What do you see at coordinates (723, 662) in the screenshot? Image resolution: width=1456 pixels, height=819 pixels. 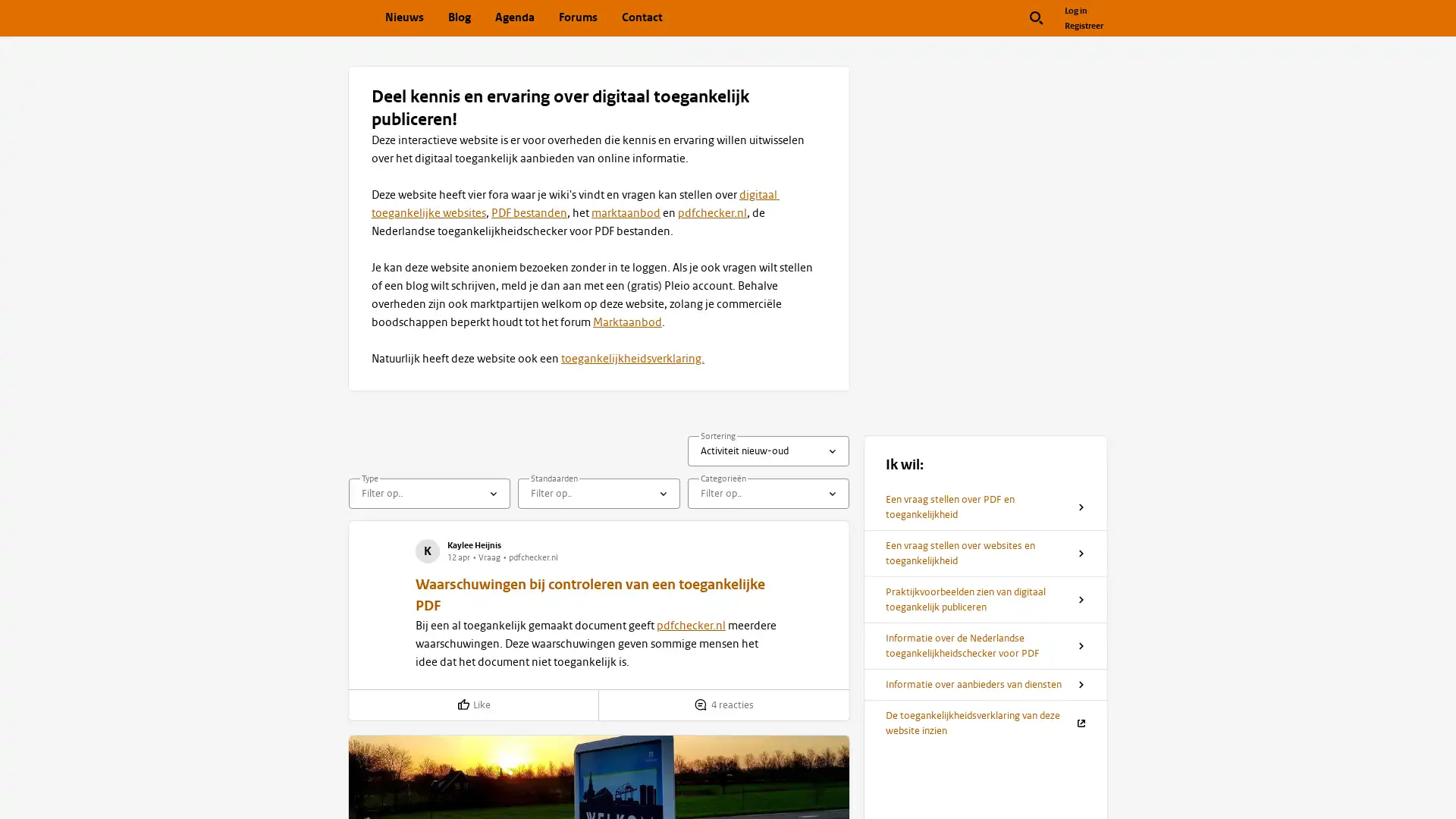 I see `Toon reacties op 'Waarschuwingen bij controleren van een toegankelijke PDF'` at bounding box center [723, 662].